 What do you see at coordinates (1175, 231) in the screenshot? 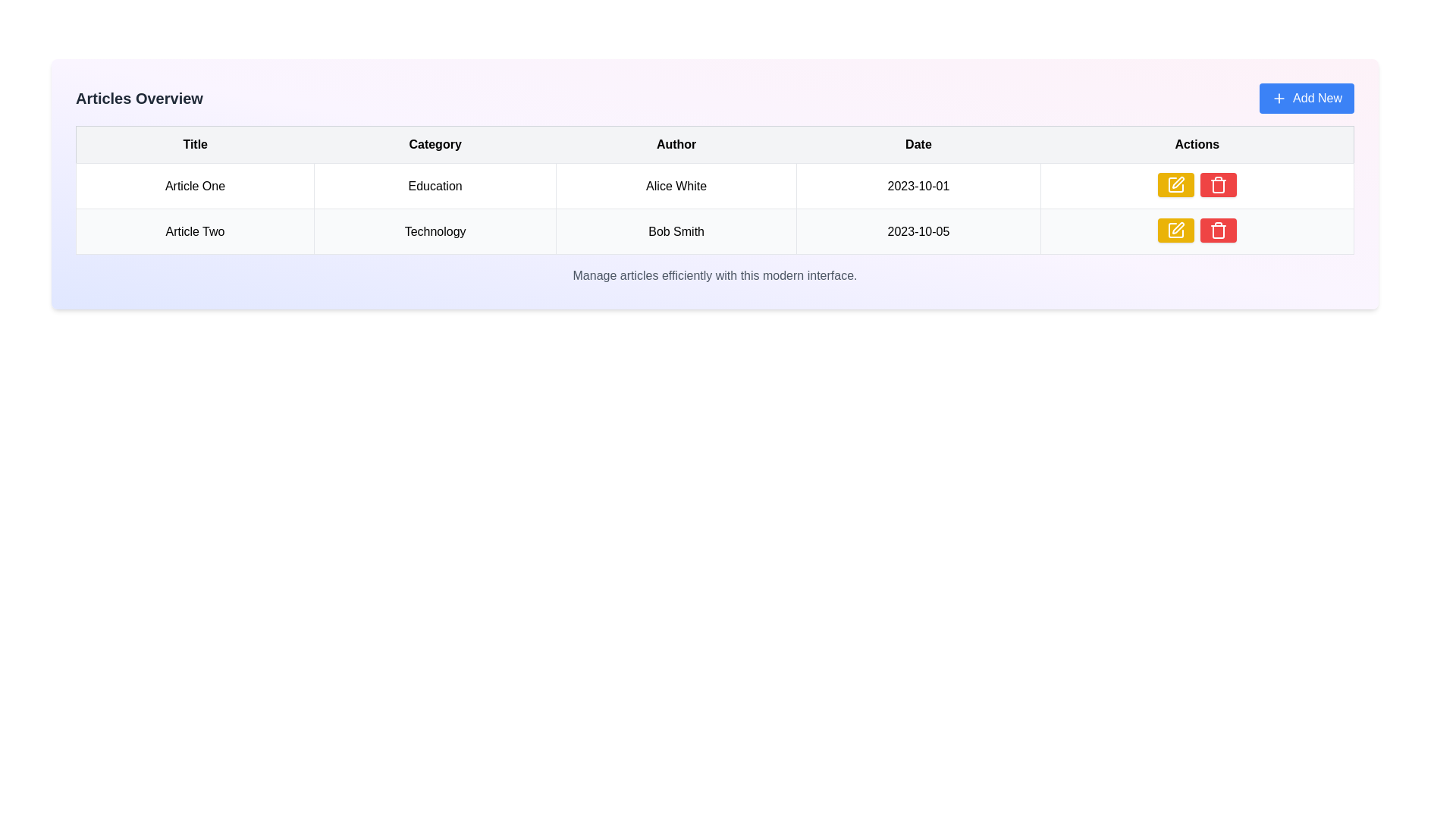
I see `the yellow button with a white pen icon located in the 'Actions' column of the second row to observe its hover effect` at bounding box center [1175, 231].